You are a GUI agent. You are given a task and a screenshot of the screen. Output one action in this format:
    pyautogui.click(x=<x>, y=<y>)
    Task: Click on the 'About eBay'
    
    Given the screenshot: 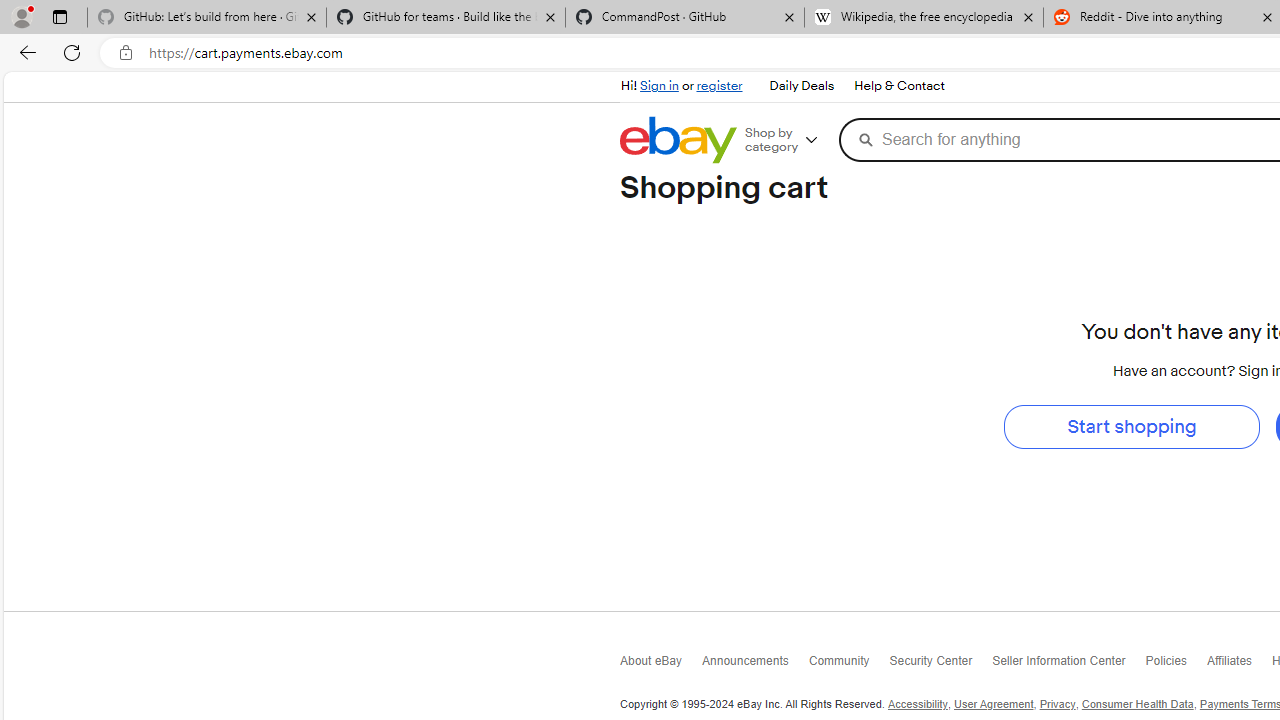 What is the action you would take?
    pyautogui.click(x=661, y=666)
    